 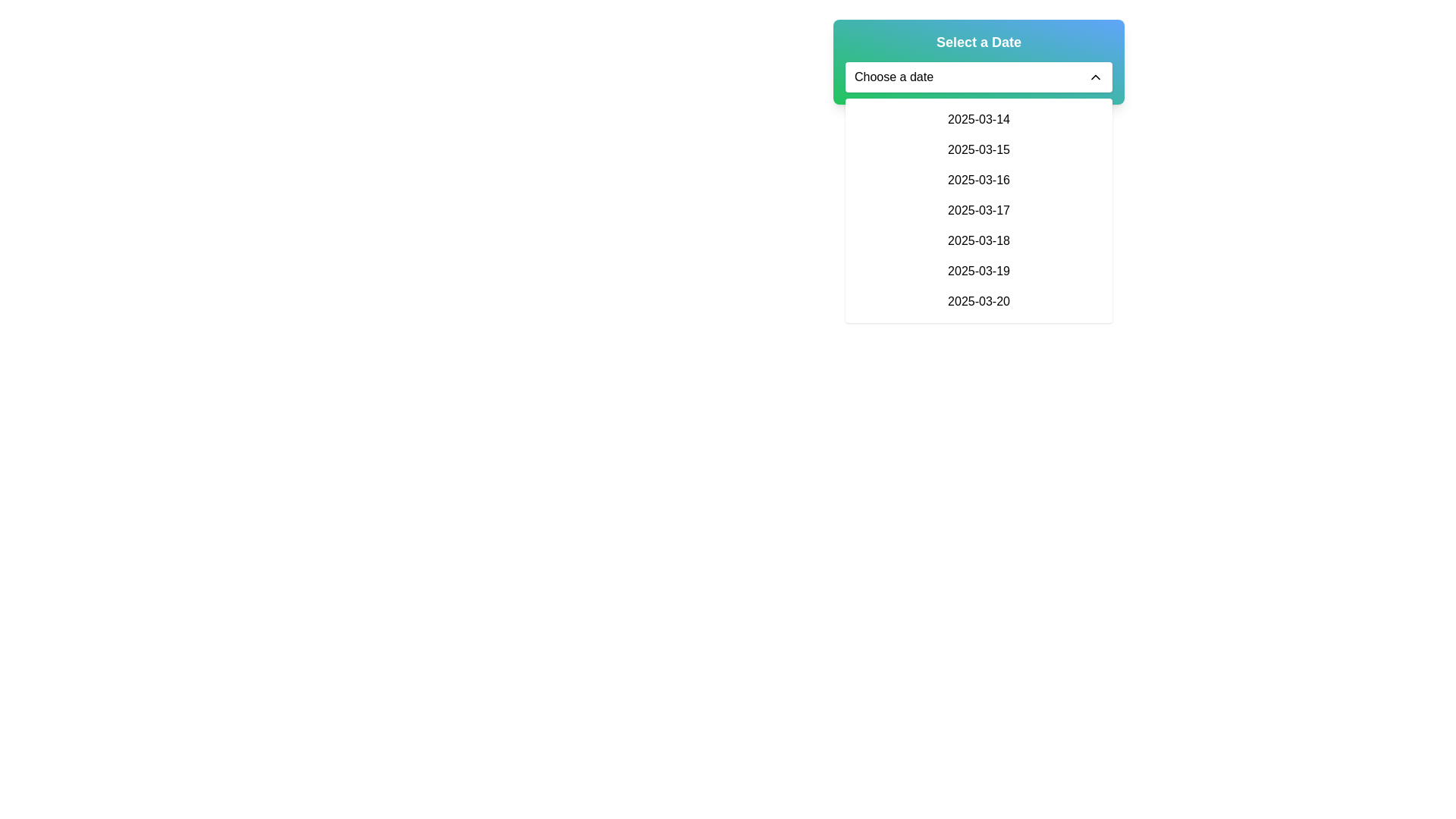 I want to click on the Text Label in the date selection dropdown that indicates the user can choose a date, which is positioned to the left of the chevron icon, so click(x=894, y=77).